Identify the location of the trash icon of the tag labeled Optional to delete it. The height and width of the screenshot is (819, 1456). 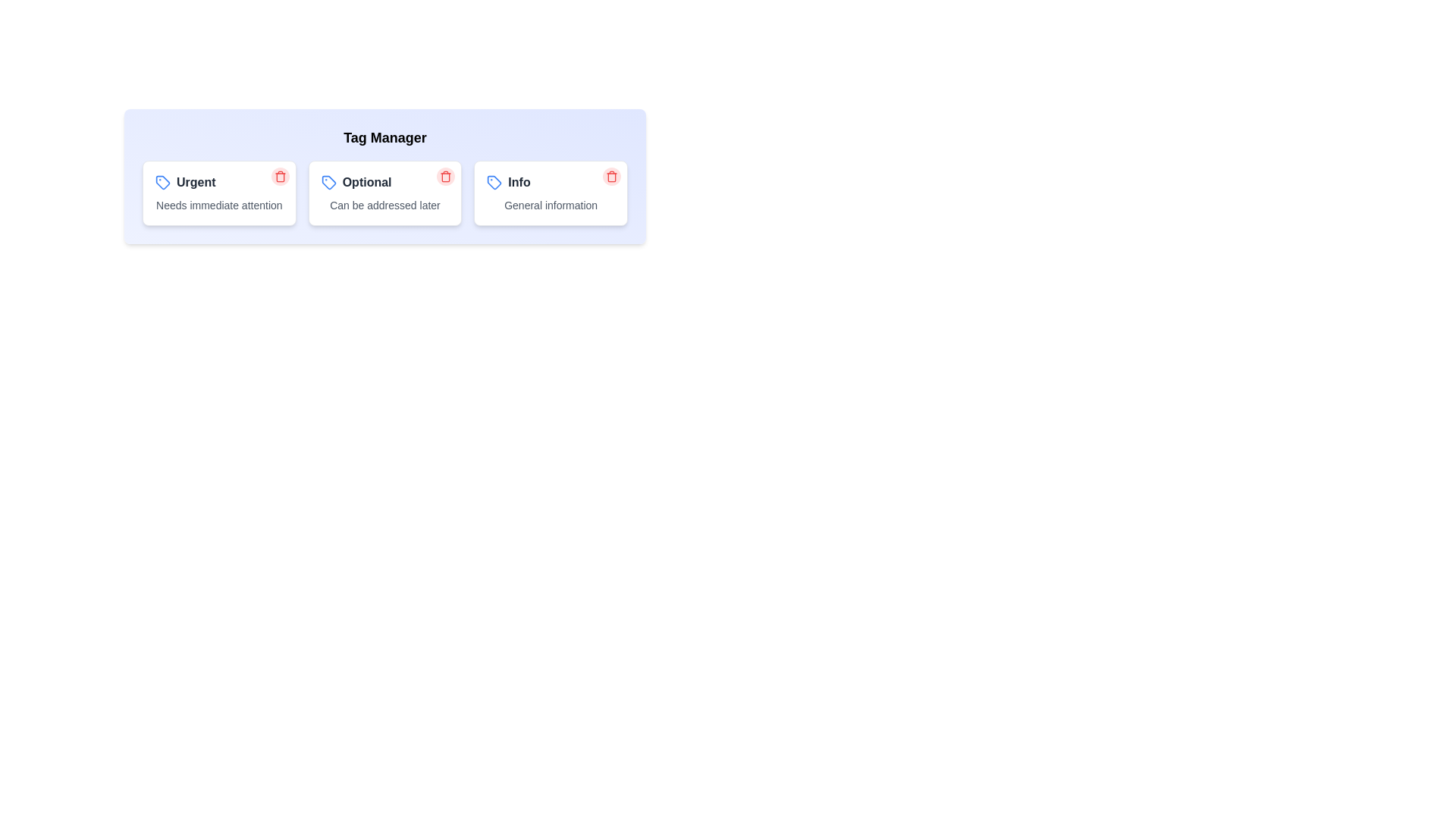
(445, 175).